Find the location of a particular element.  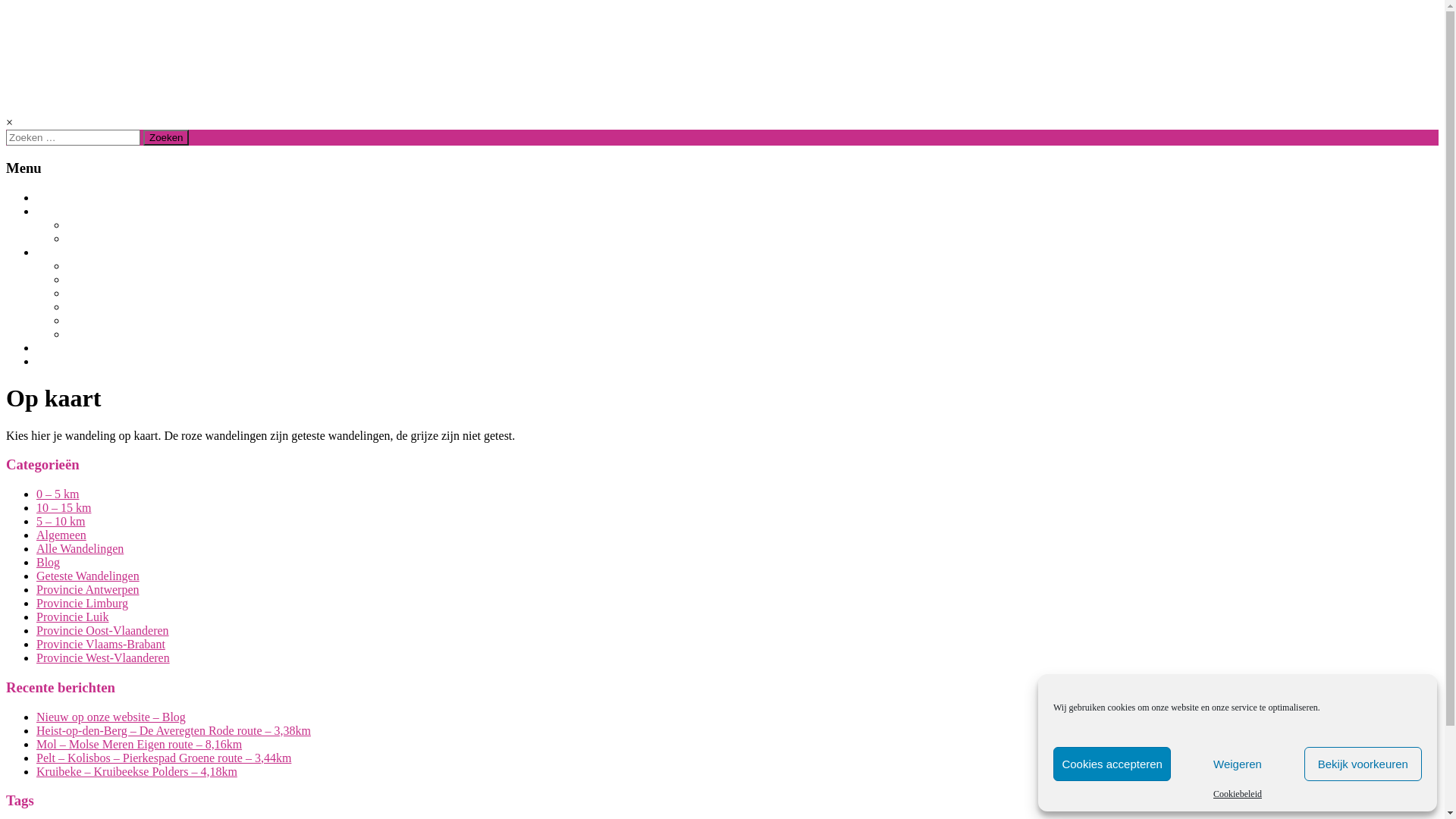

'PROVINCIE LUIK' is located at coordinates (108, 333).